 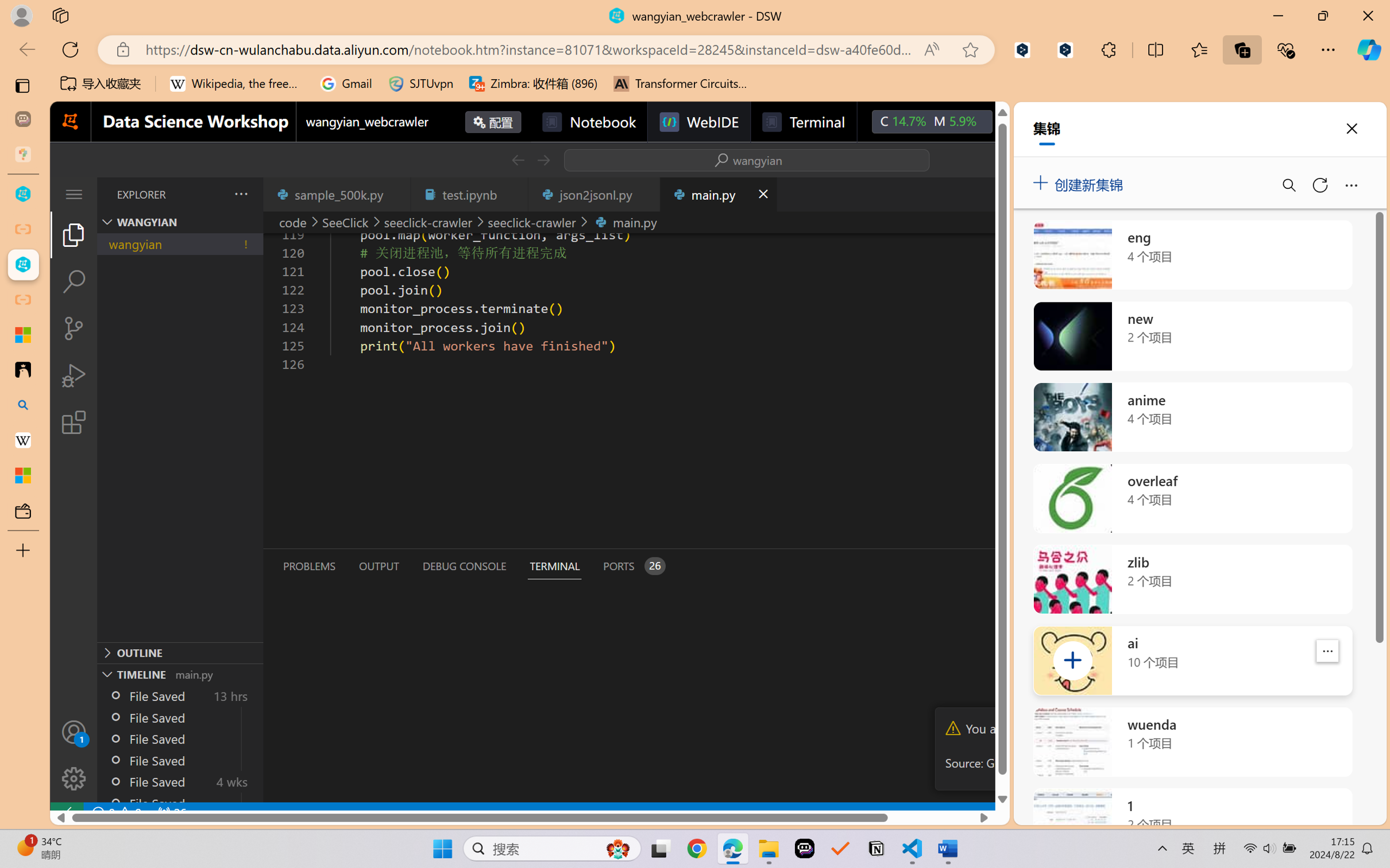 I want to click on 'Earth - Wikipedia', so click(x=22, y=439).